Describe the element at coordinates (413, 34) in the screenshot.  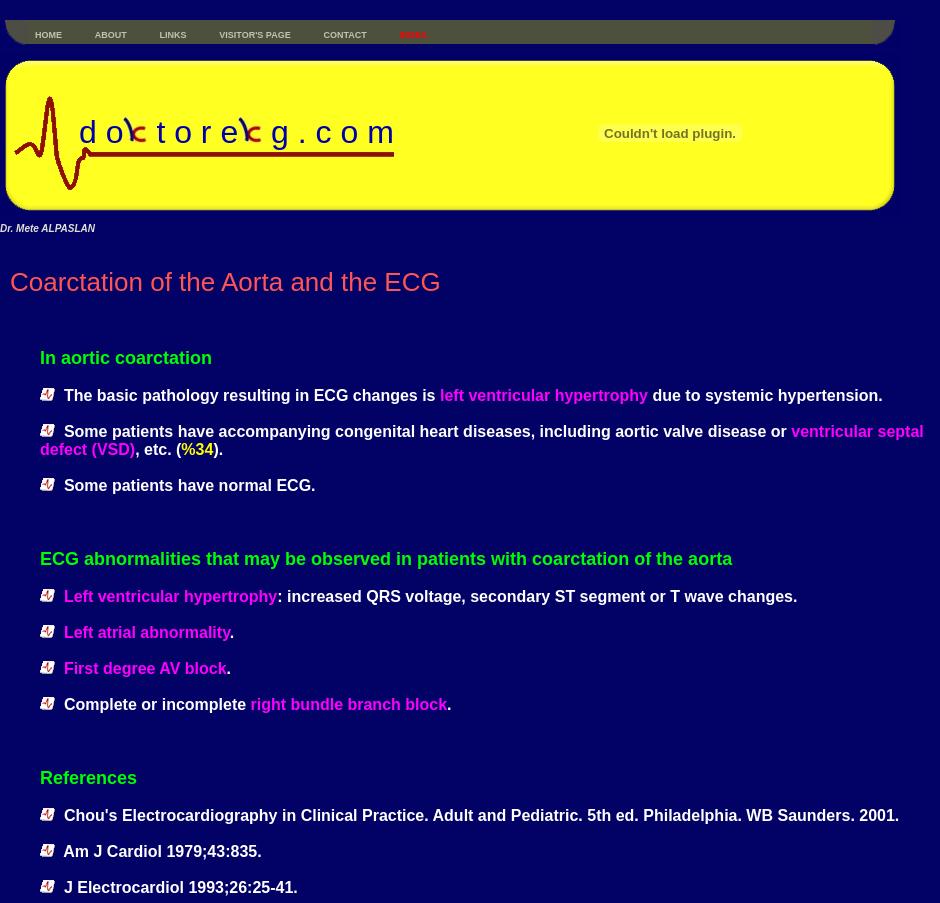
I see `'INDEX'` at that location.